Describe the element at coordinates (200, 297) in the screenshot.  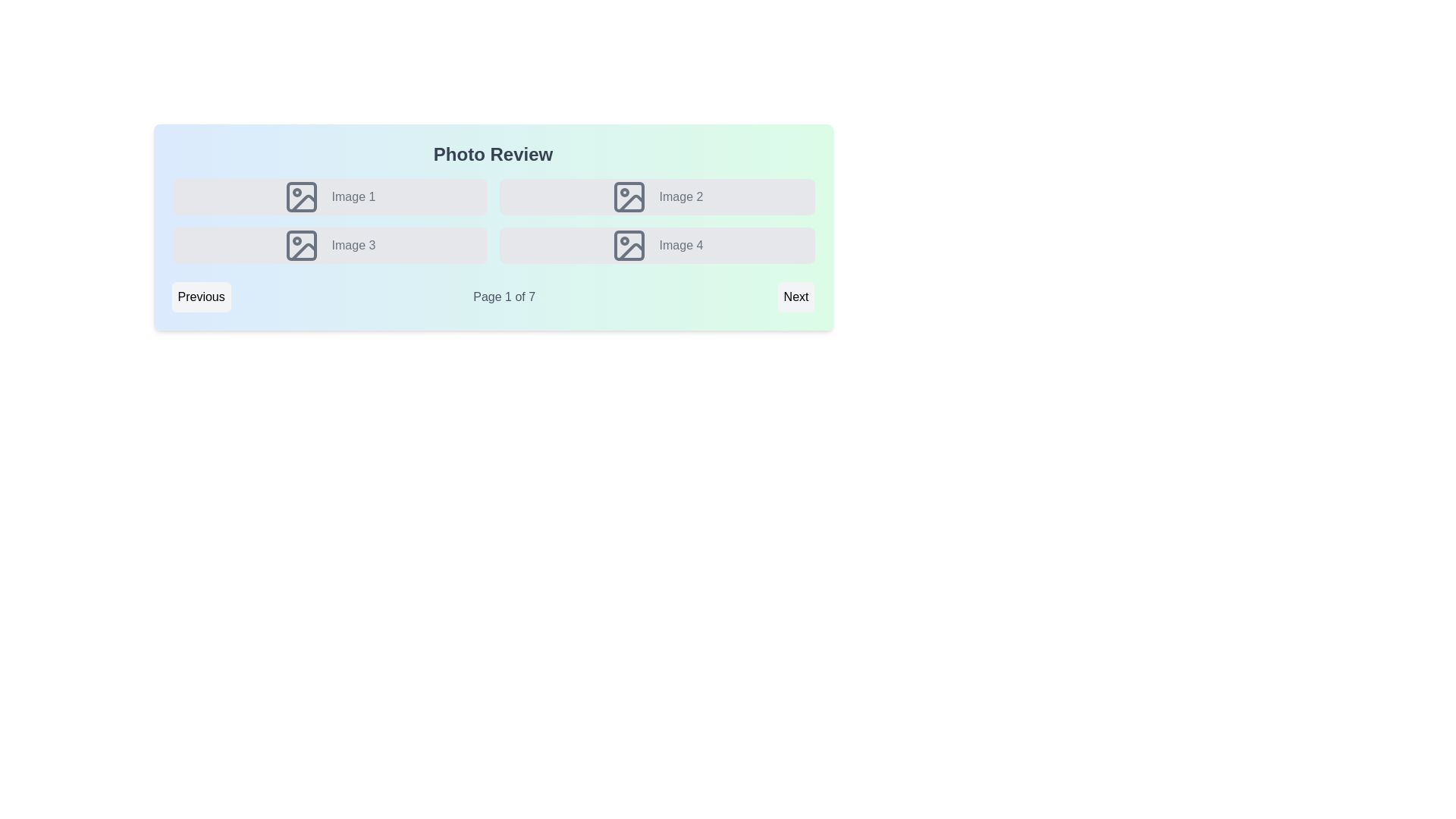
I see `the 'Previous' button located at the bottom-left corner of the pagination system for accessibility navigation` at that location.